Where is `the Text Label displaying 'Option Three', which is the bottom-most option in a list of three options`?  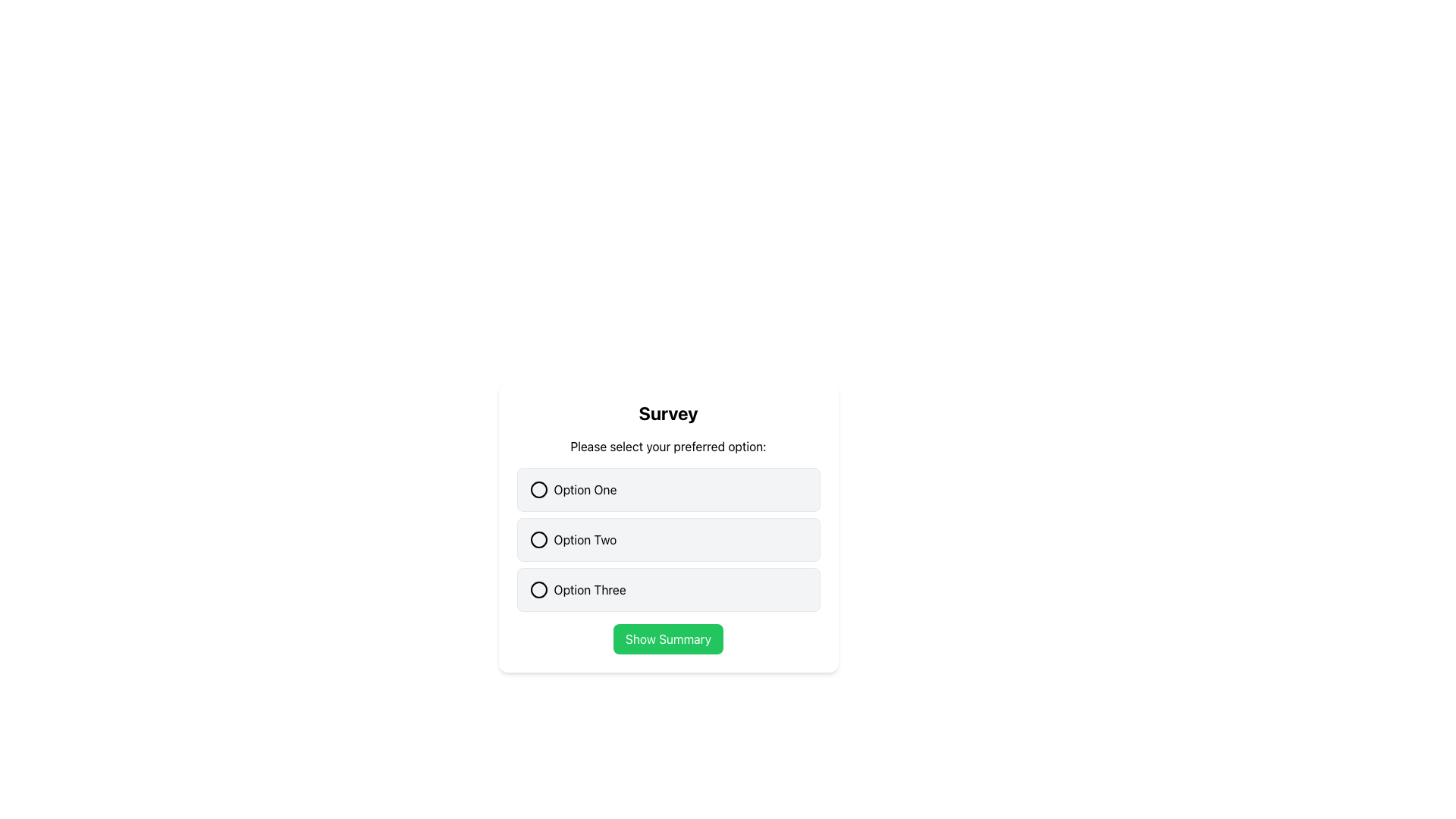 the Text Label displaying 'Option Three', which is the bottom-most option in a list of three options is located at coordinates (588, 589).